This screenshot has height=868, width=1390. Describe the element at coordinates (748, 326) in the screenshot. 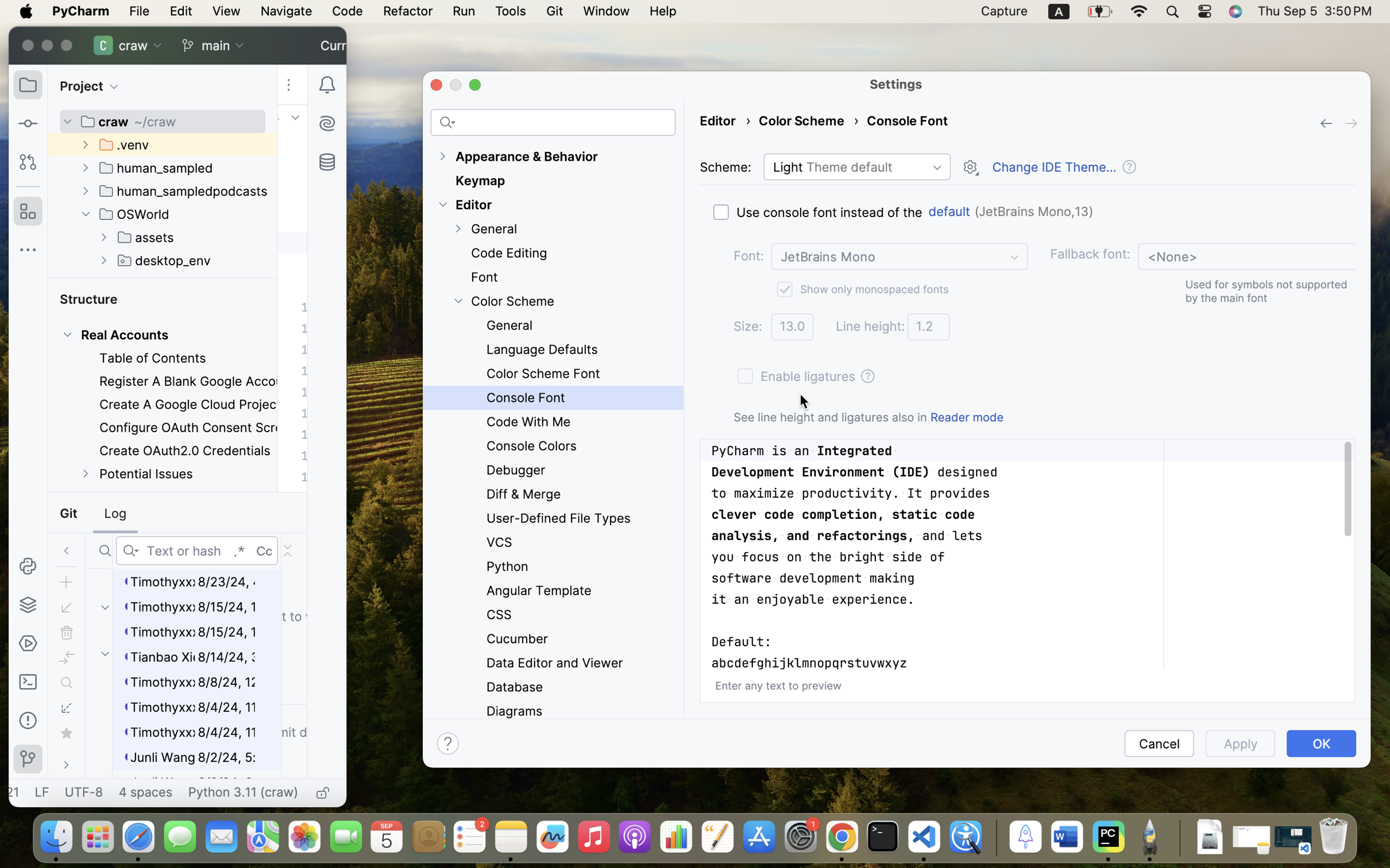

I see `'Size:'` at that location.